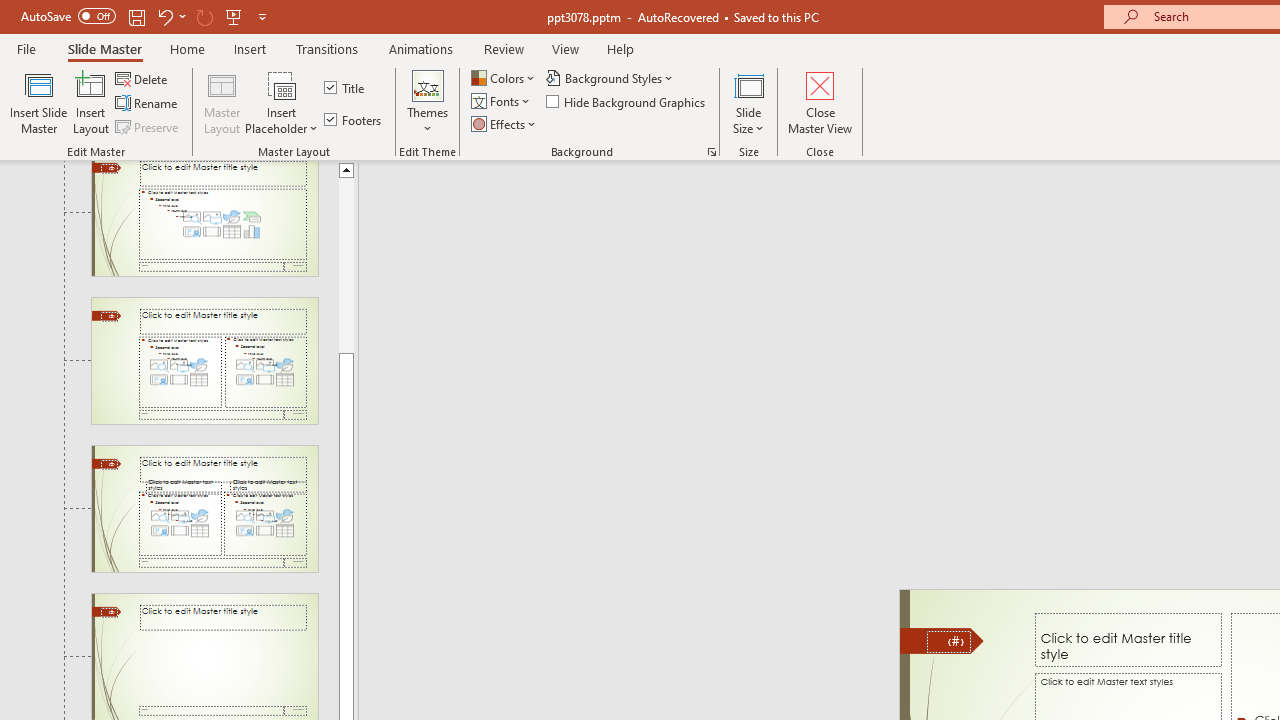 This screenshot has height=720, width=1280. What do you see at coordinates (505, 124) in the screenshot?
I see `'Effects'` at bounding box center [505, 124].